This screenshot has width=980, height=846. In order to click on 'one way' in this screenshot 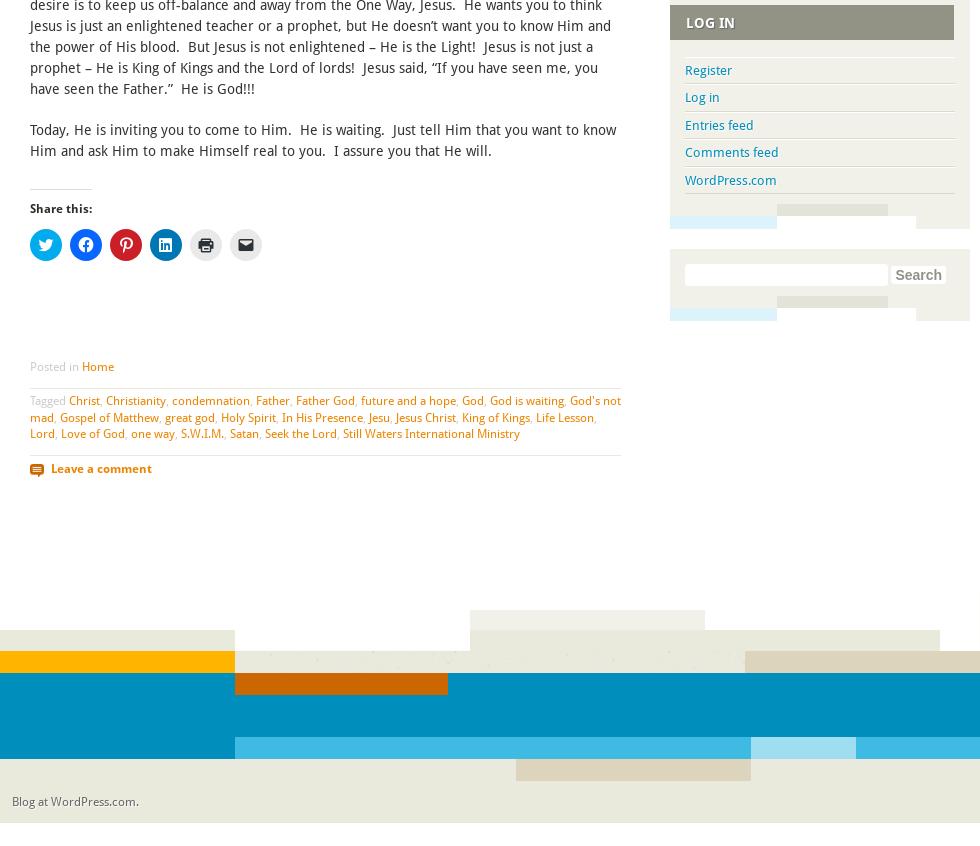, I will do `click(152, 432)`.